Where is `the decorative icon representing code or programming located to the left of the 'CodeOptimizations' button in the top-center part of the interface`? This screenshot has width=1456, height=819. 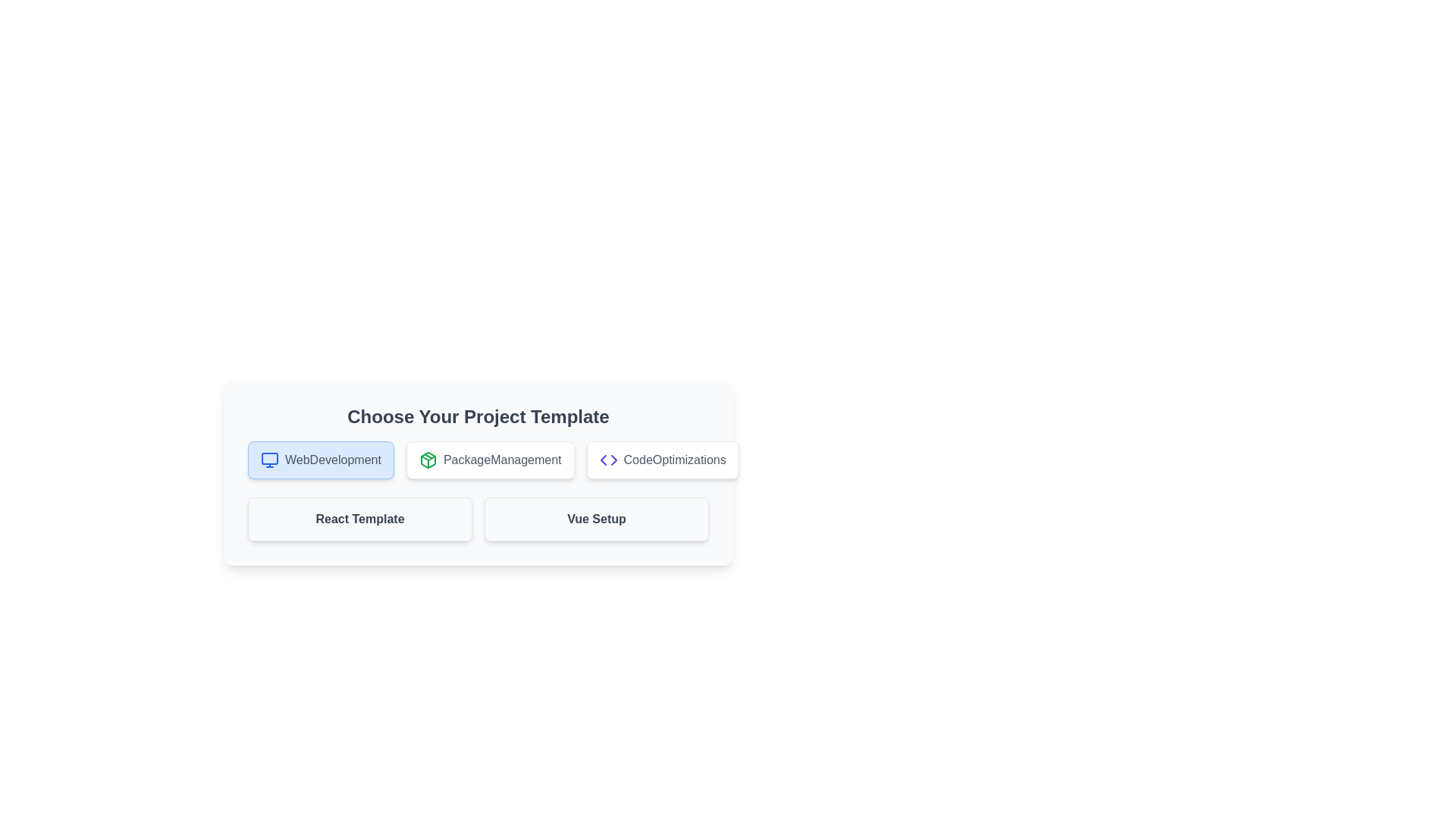 the decorative icon representing code or programming located to the left of the 'CodeOptimizations' button in the top-center part of the interface is located at coordinates (608, 459).